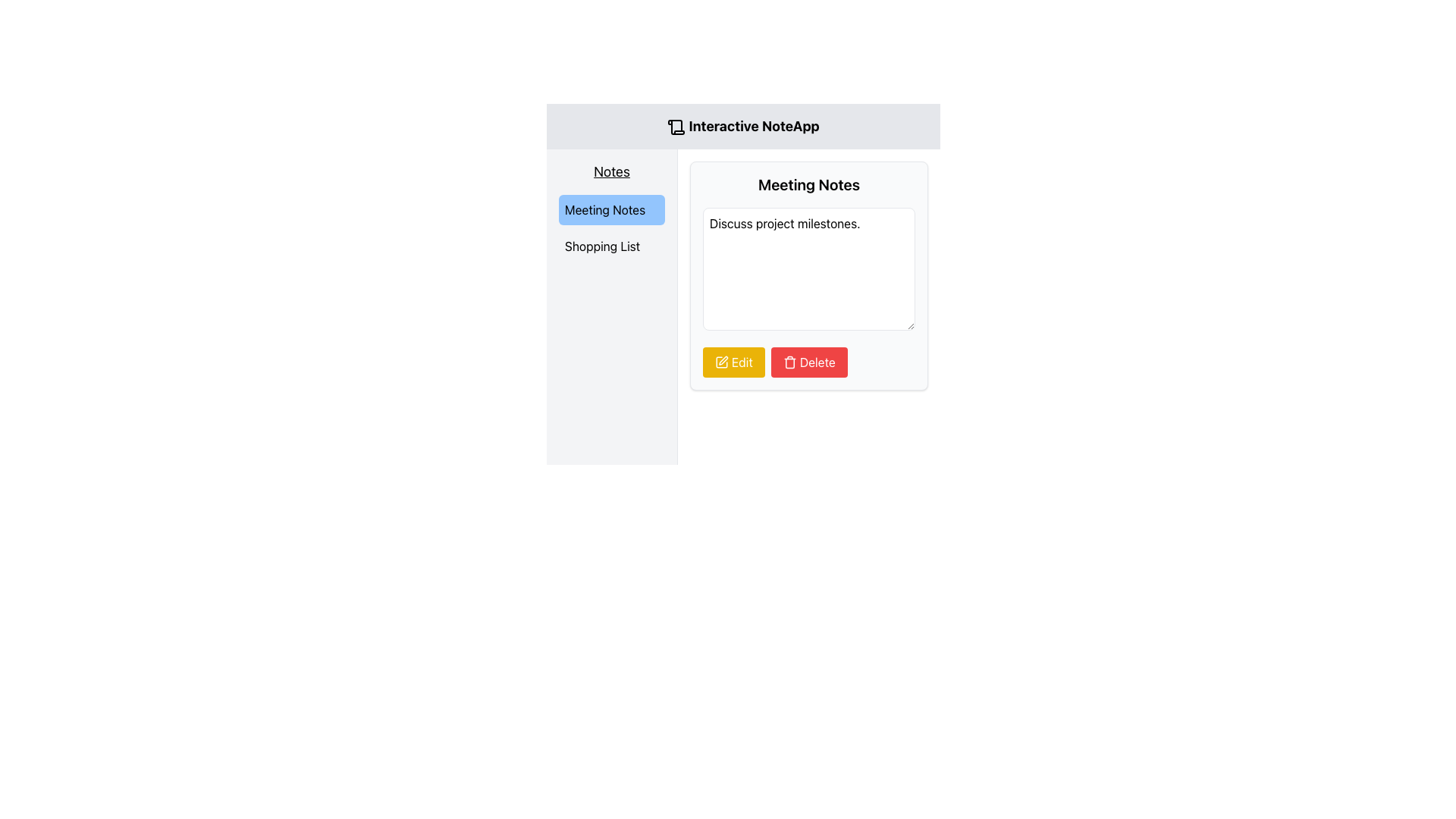  What do you see at coordinates (676, 127) in the screenshot?
I see `the scroll icon located to the left of the 'Interactive NoteApp' text in the header` at bounding box center [676, 127].